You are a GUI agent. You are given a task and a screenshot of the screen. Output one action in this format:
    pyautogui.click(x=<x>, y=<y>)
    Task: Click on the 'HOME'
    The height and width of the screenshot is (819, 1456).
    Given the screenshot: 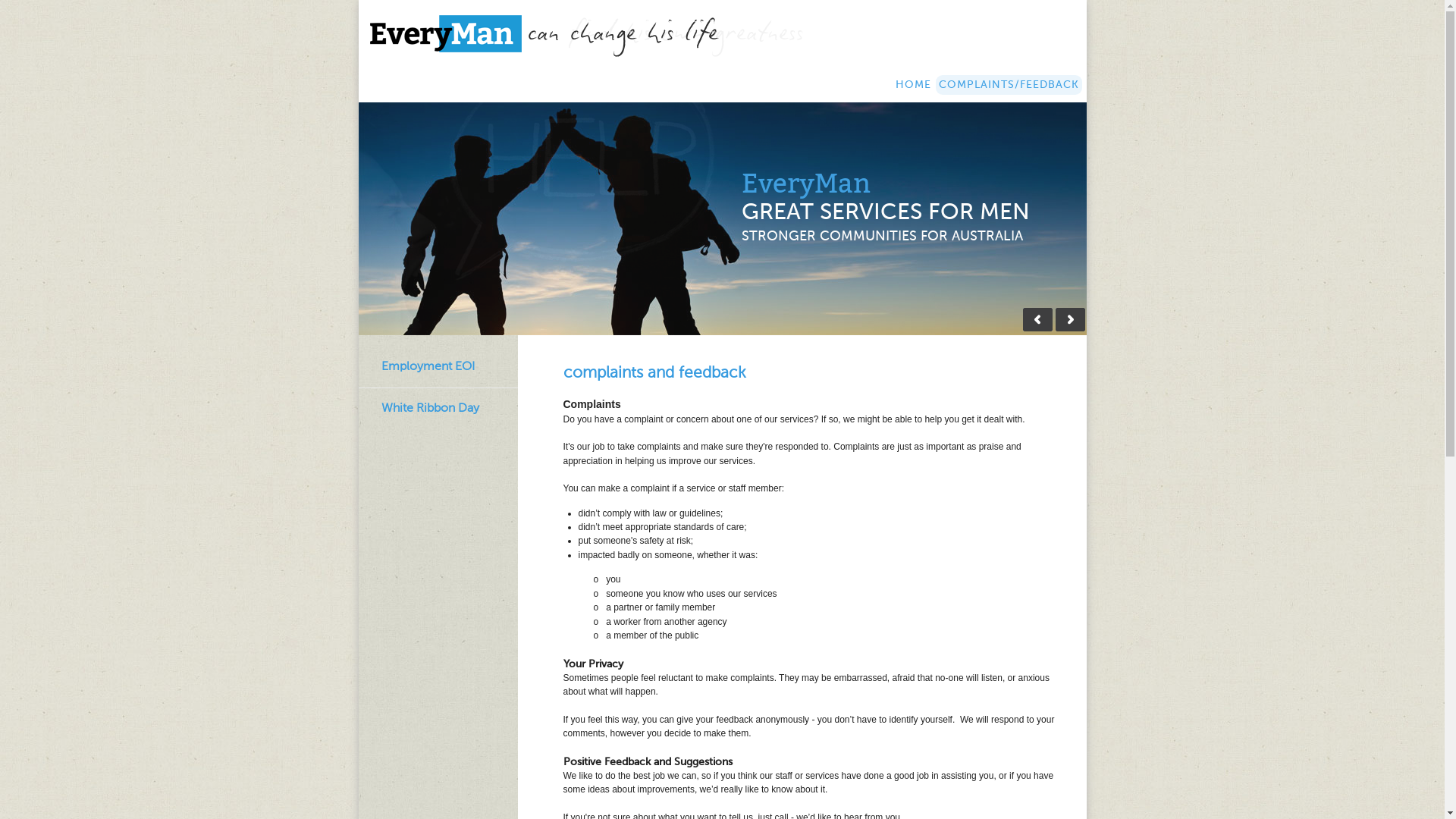 What is the action you would take?
    pyautogui.click(x=912, y=84)
    